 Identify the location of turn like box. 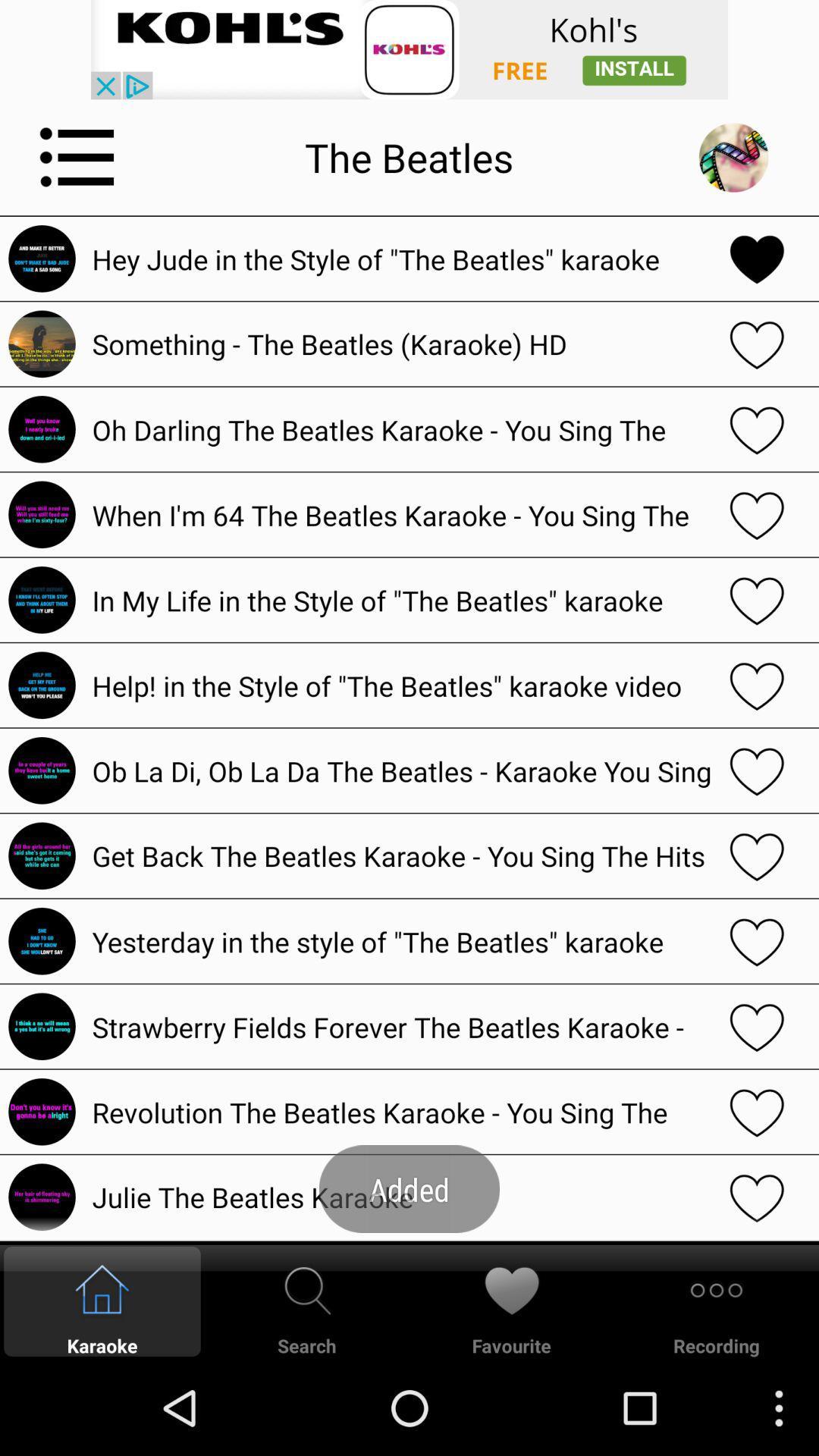
(757, 855).